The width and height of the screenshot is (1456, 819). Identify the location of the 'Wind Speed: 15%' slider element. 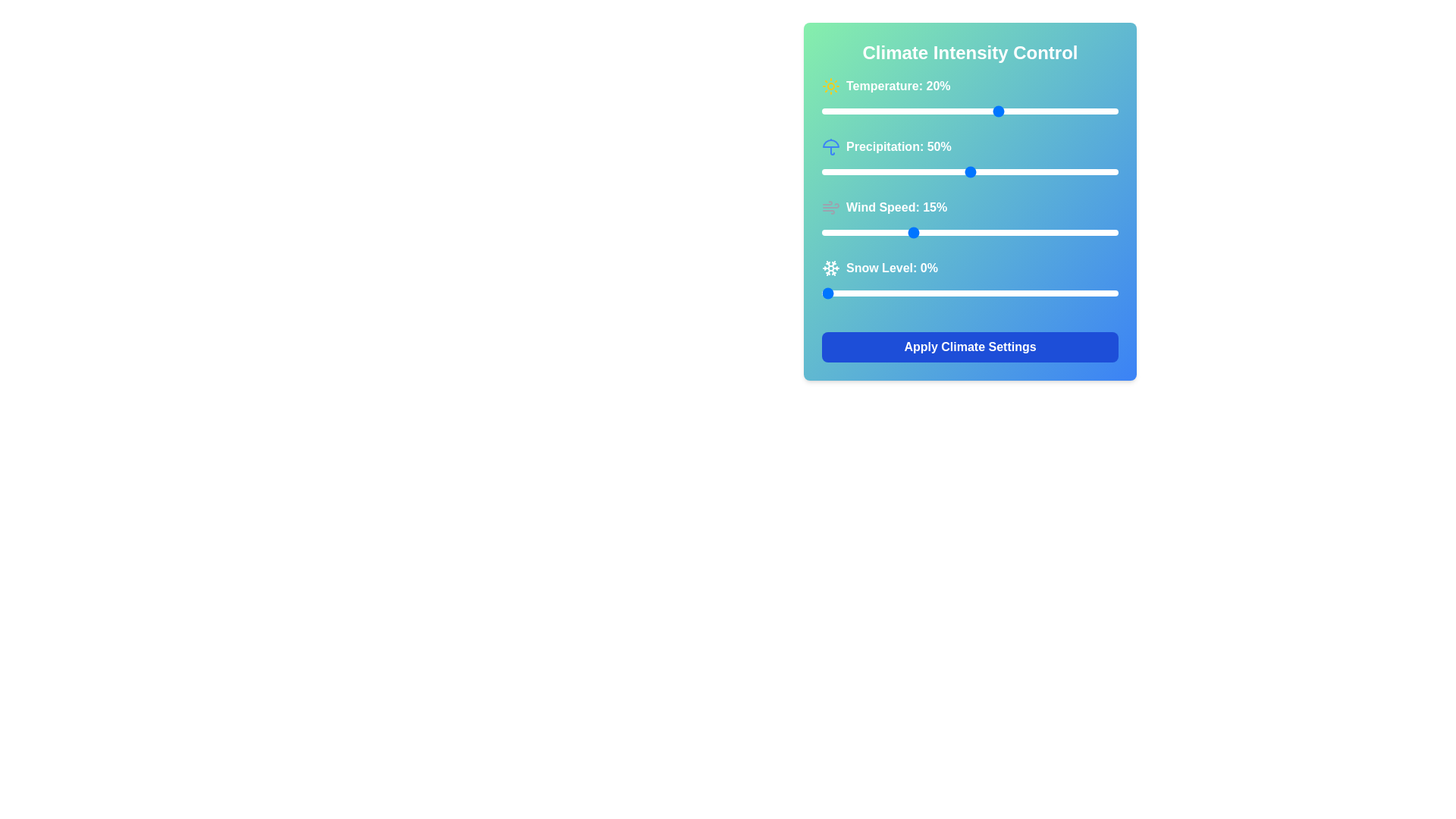
(969, 219).